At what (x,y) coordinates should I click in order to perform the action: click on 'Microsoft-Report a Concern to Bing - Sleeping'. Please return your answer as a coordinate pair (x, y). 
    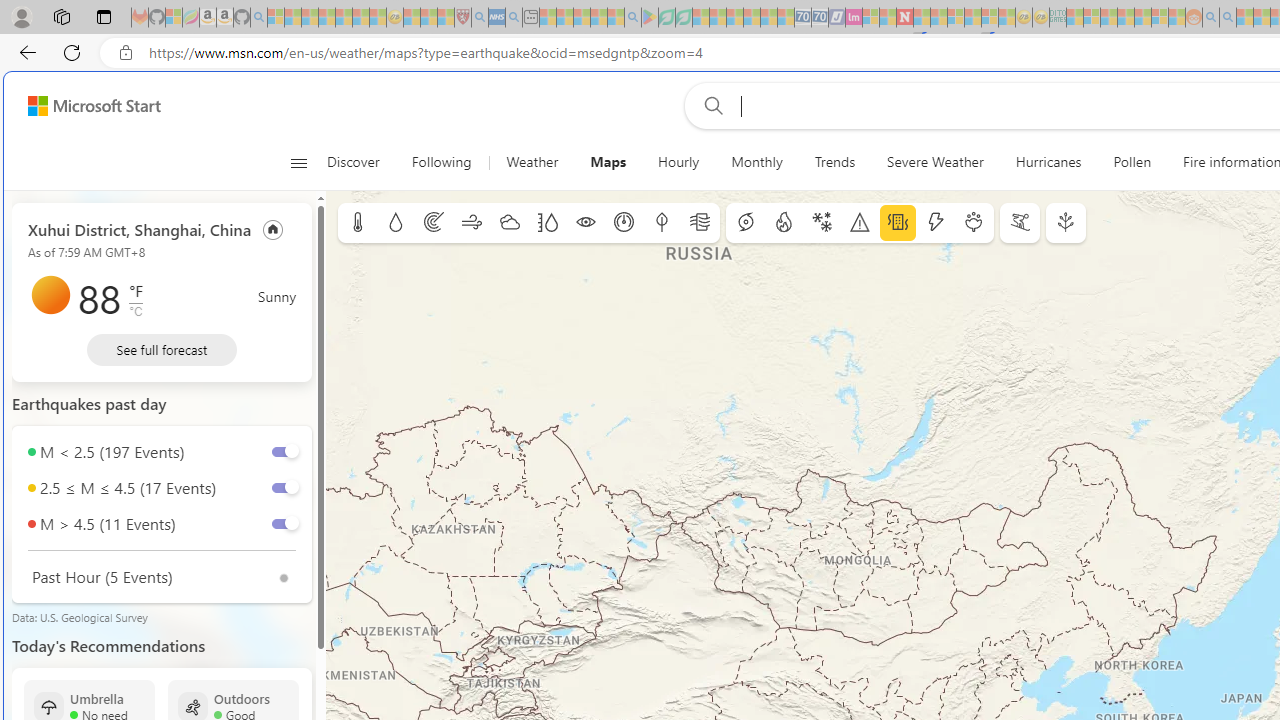
    Looking at the image, I should click on (174, 17).